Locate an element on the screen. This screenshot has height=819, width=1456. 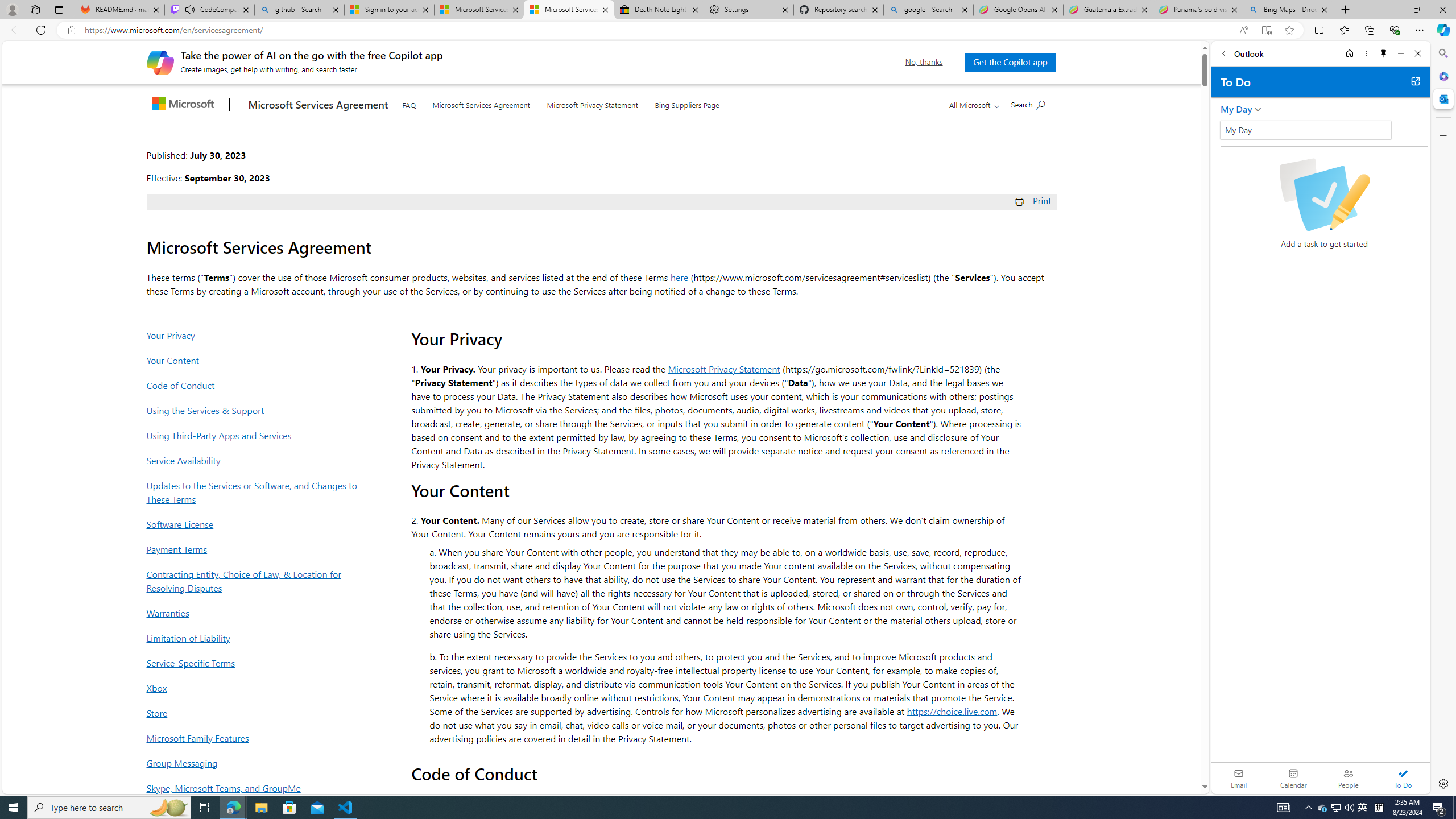
'Microsoft Privacy Statement' is located at coordinates (591, 102).